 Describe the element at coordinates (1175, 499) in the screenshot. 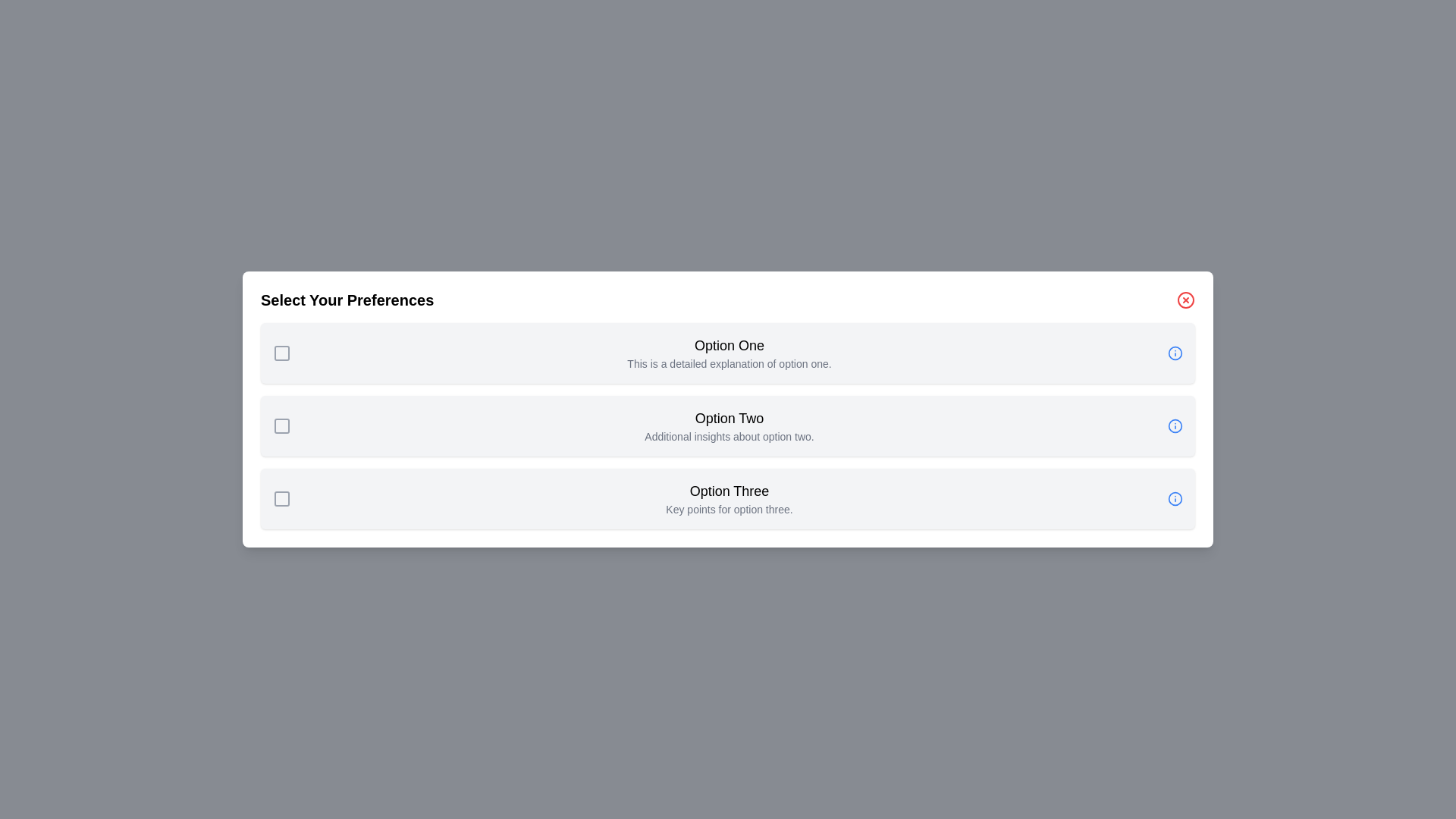

I see `the icon at the far right of the row labeled 'Option Three'` at that location.